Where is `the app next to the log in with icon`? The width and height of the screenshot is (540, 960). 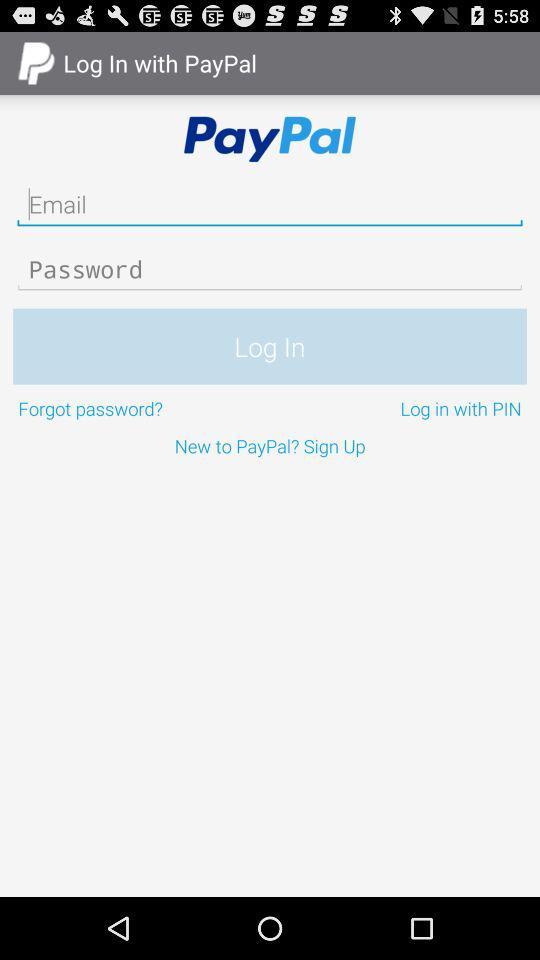 the app next to the log in with icon is located at coordinates (140, 407).